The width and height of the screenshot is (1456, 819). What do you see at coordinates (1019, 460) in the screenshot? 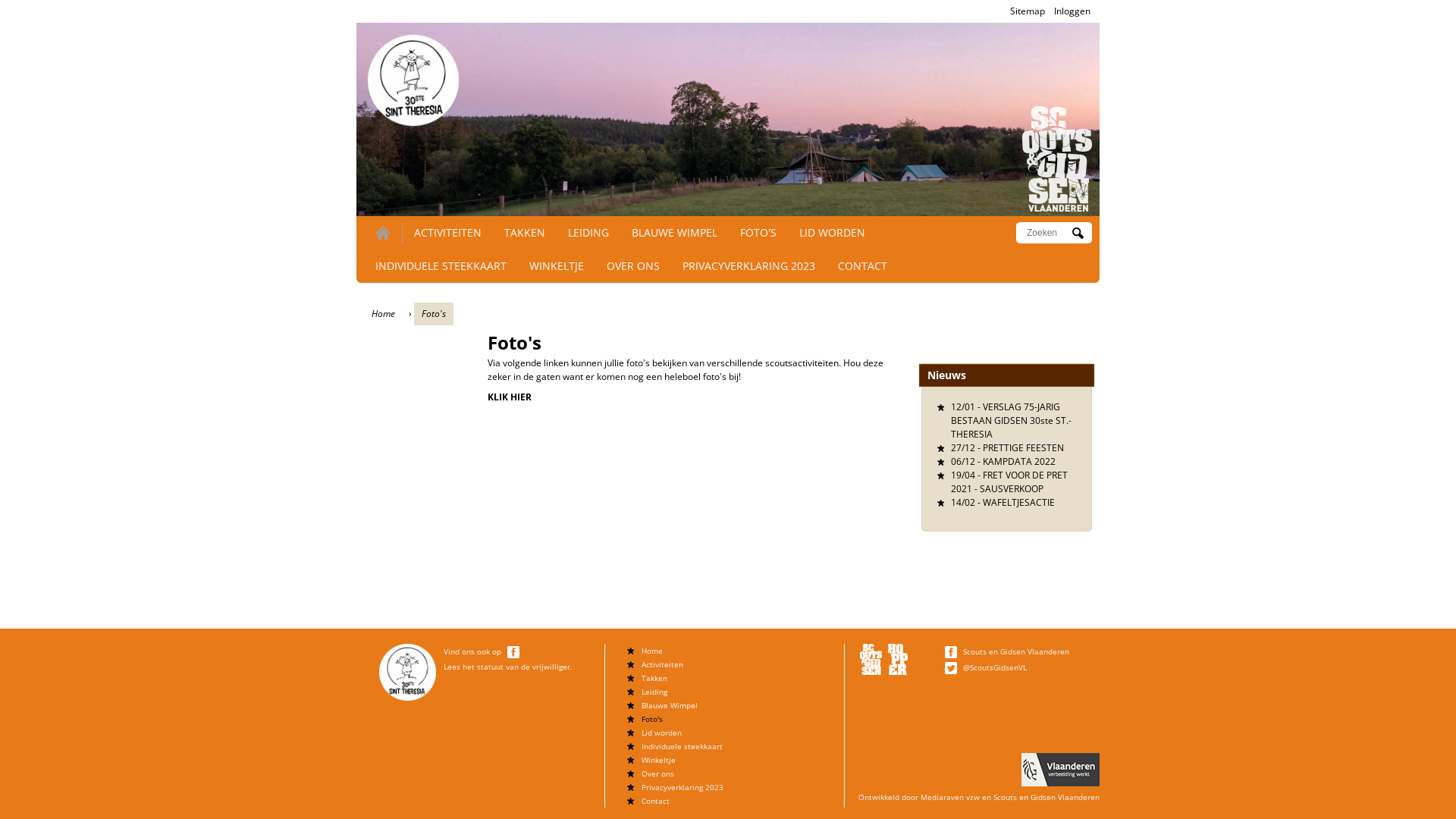
I see `'KAMPDATA 2022'` at bounding box center [1019, 460].